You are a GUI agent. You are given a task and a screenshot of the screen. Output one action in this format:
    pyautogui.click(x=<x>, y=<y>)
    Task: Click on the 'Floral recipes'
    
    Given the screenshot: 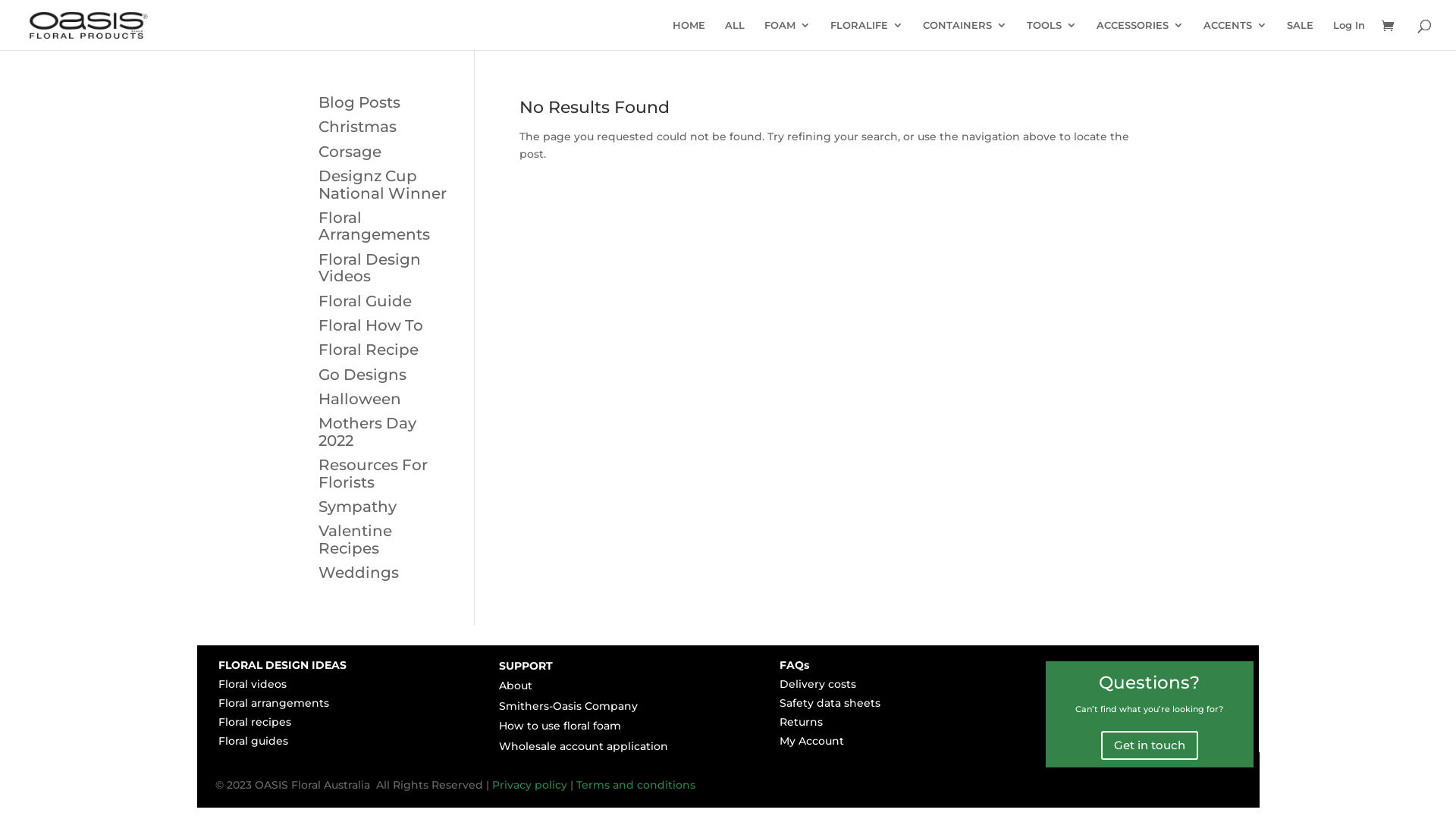 What is the action you would take?
    pyautogui.click(x=255, y=721)
    